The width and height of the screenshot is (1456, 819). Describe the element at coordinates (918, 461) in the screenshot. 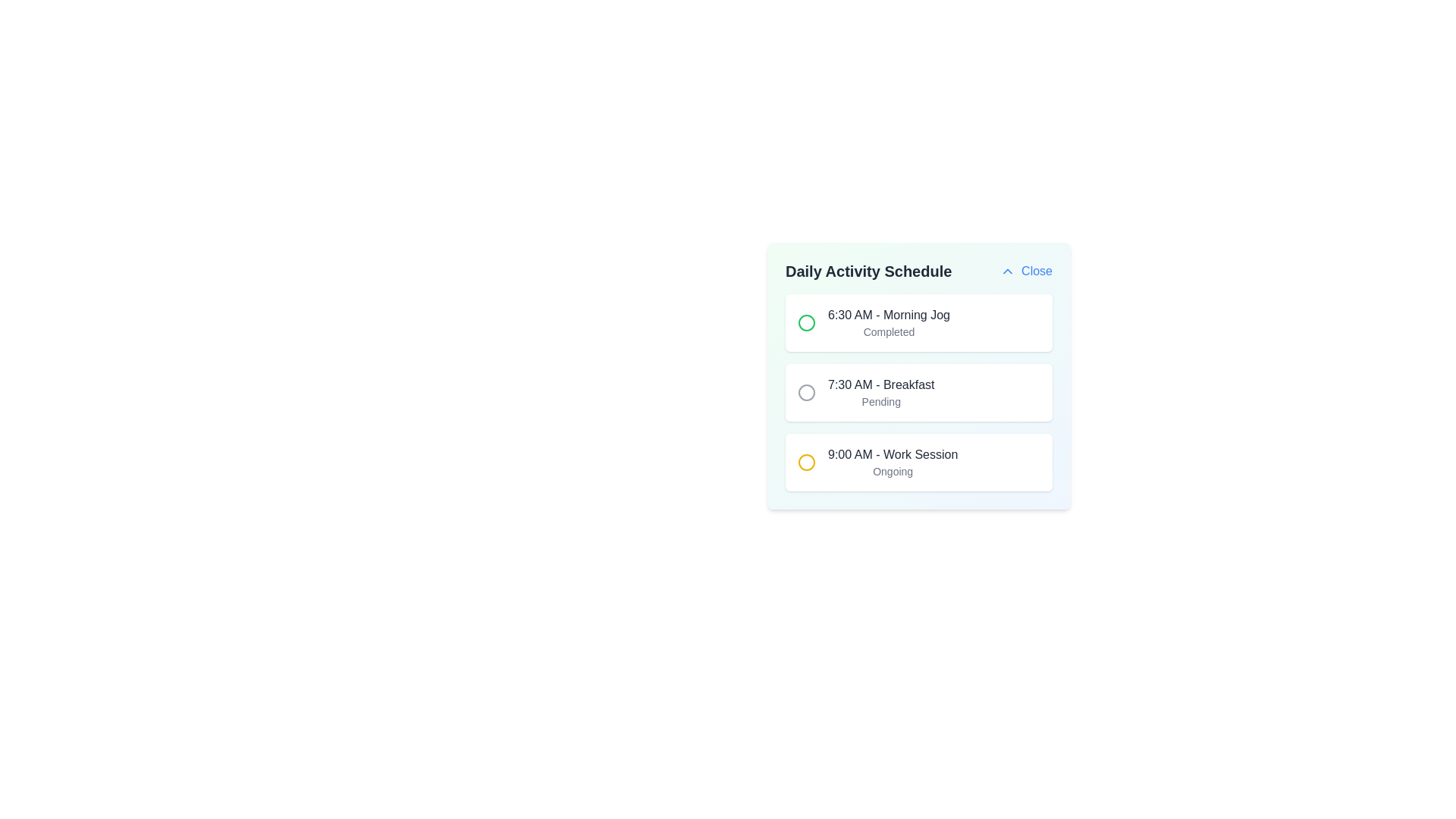

I see `information displayed in the 'Work Session' list item at 9:00 AM, which is the third item in the 'Daily Activity Schedule' section` at that location.